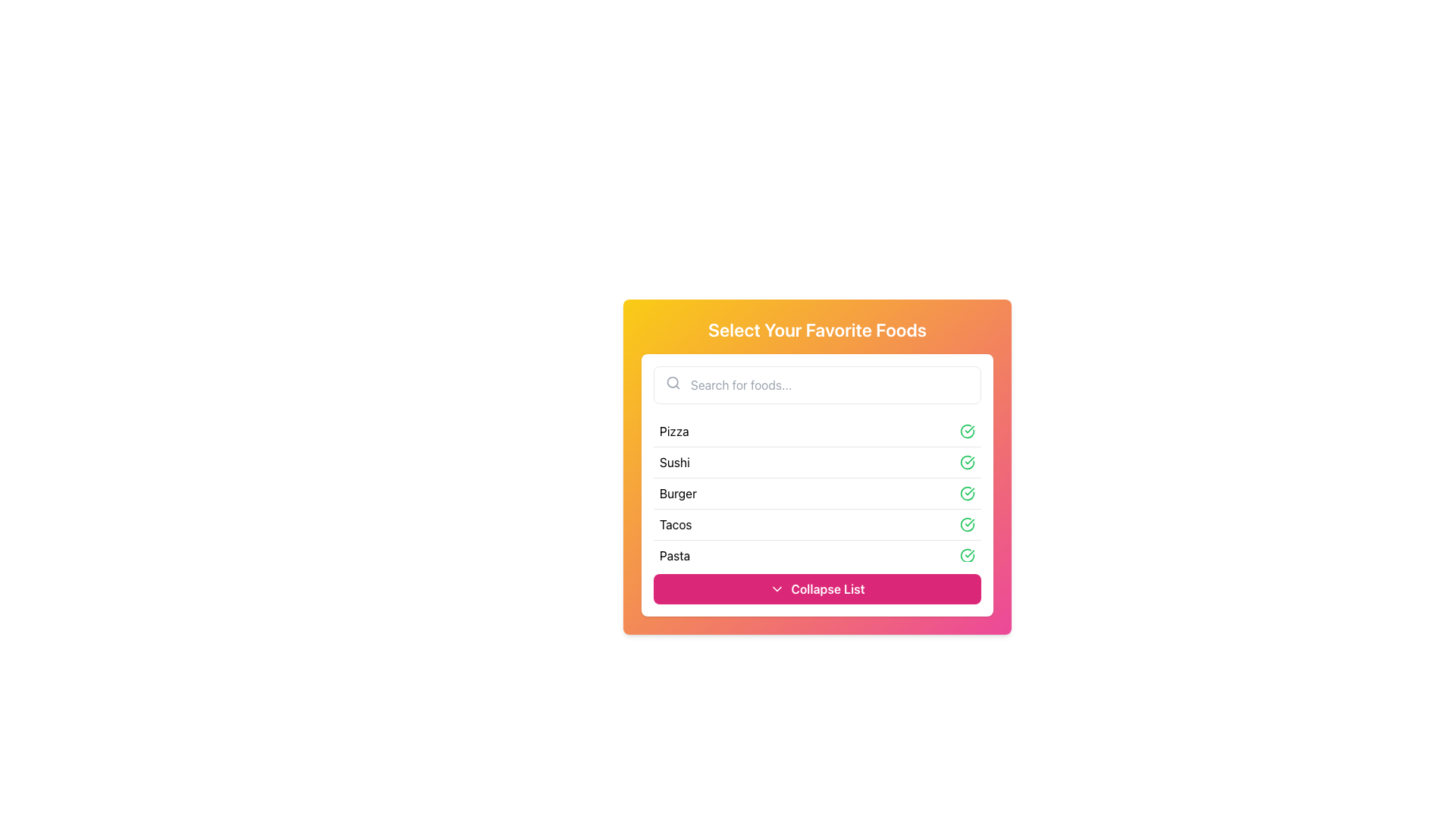 The width and height of the screenshot is (1456, 819). I want to click on the text label displaying 'Pizza', which is the fourth item in a vertically aligned list within a card-like interface, so click(673, 431).